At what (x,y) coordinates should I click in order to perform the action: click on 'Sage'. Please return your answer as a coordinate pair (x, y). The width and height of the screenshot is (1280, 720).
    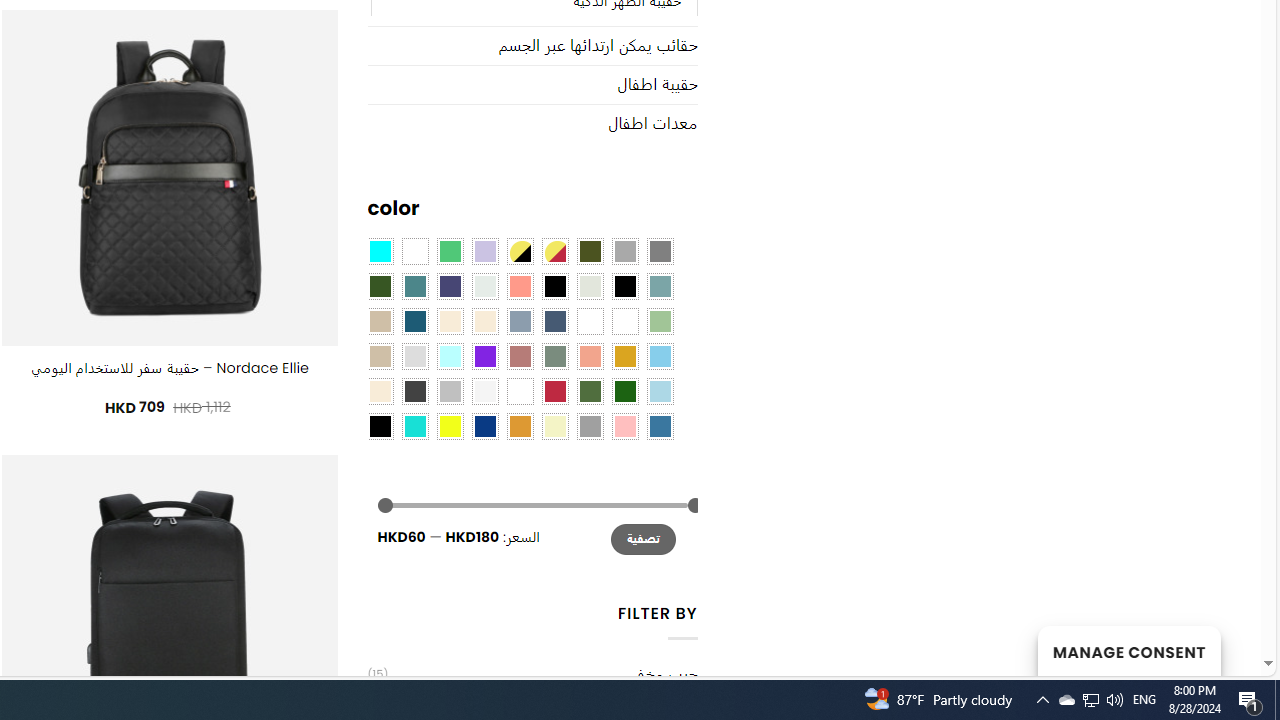
    Looking at the image, I should click on (554, 354).